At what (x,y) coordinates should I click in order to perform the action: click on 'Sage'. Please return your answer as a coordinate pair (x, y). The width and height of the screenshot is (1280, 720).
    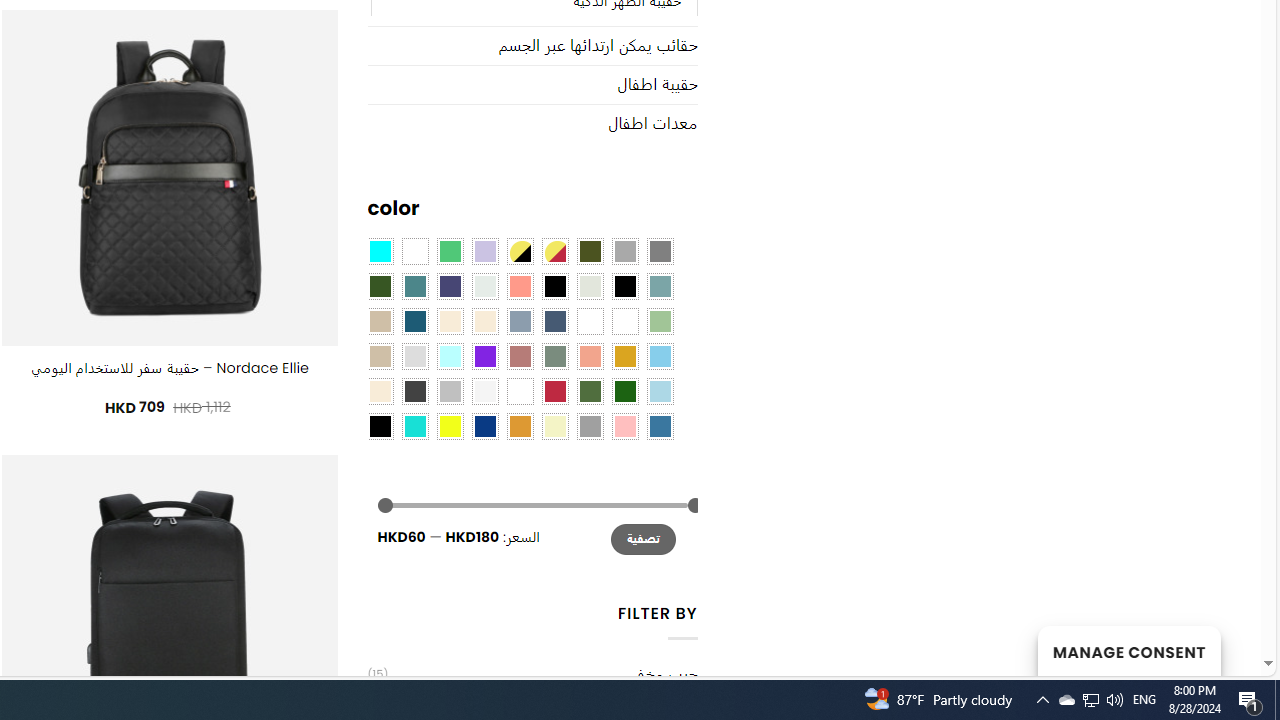
    Looking at the image, I should click on (554, 354).